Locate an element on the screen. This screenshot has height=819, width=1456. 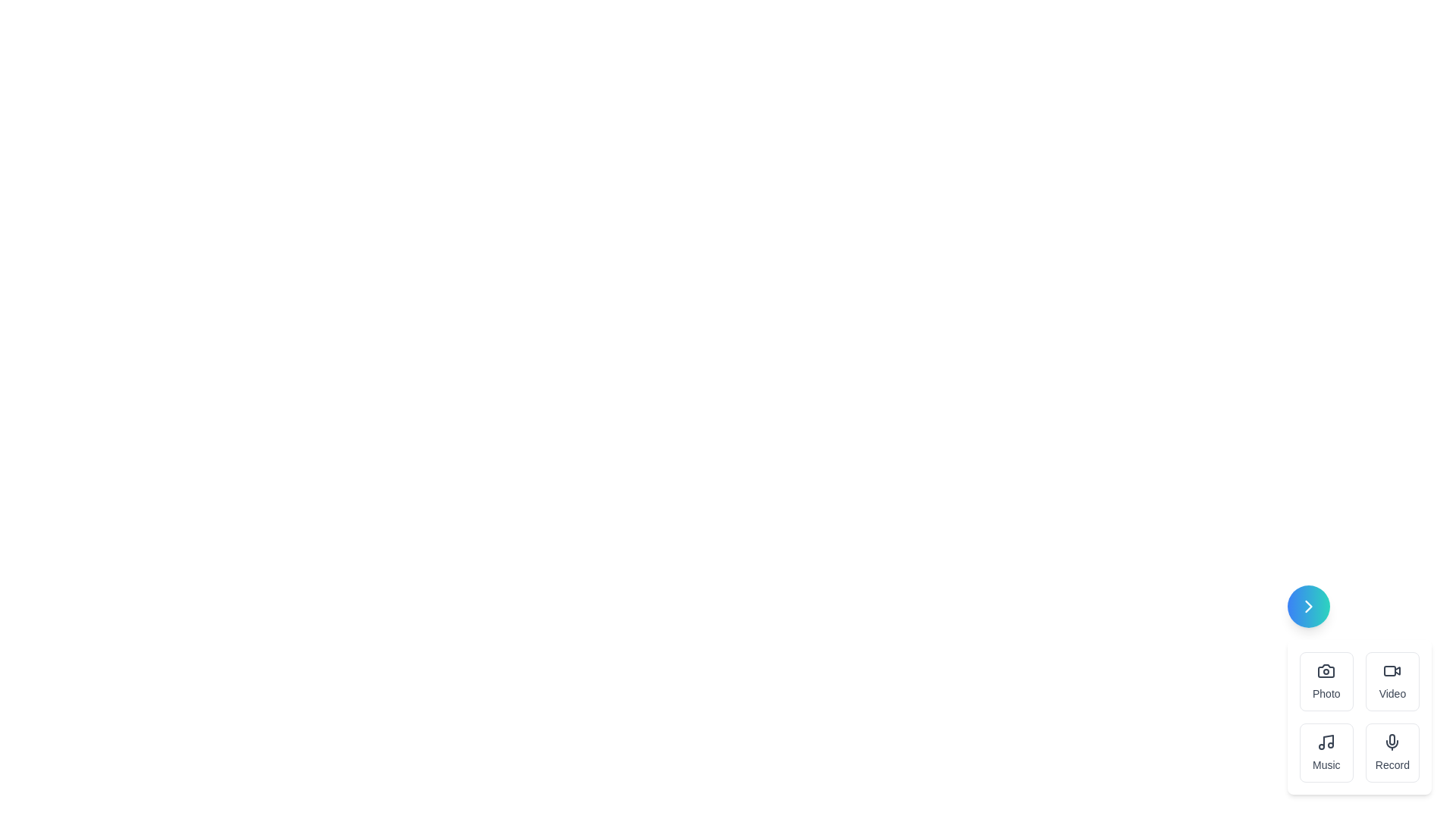
the Music button in the speed dial menu is located at coordinates (1325, 752).